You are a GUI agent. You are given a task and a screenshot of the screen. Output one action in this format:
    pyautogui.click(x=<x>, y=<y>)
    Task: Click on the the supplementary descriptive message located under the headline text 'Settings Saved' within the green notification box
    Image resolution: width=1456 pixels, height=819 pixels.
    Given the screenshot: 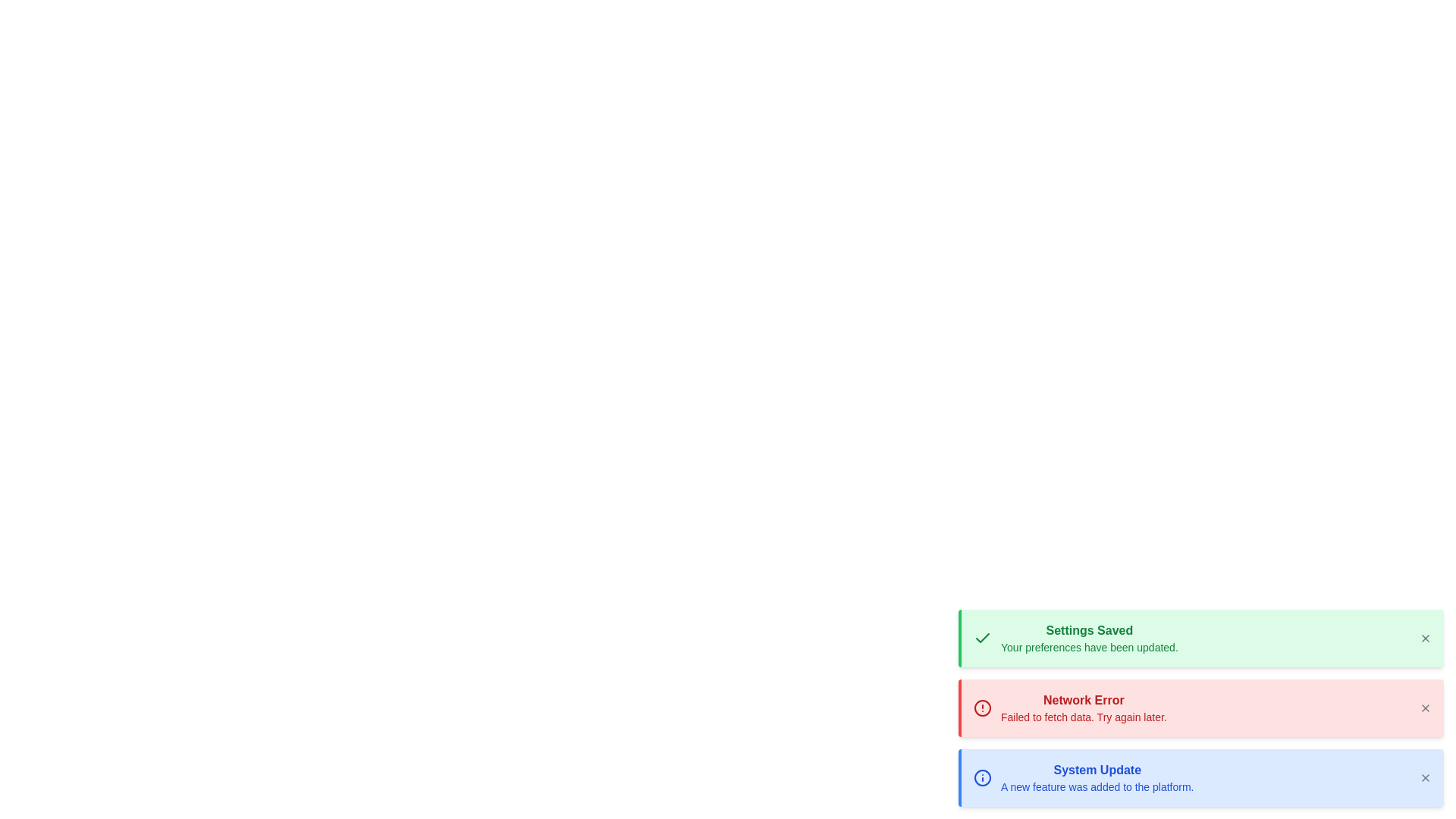 What is the action you would take?
    pyautogui.click(x=1088, y=647)
    